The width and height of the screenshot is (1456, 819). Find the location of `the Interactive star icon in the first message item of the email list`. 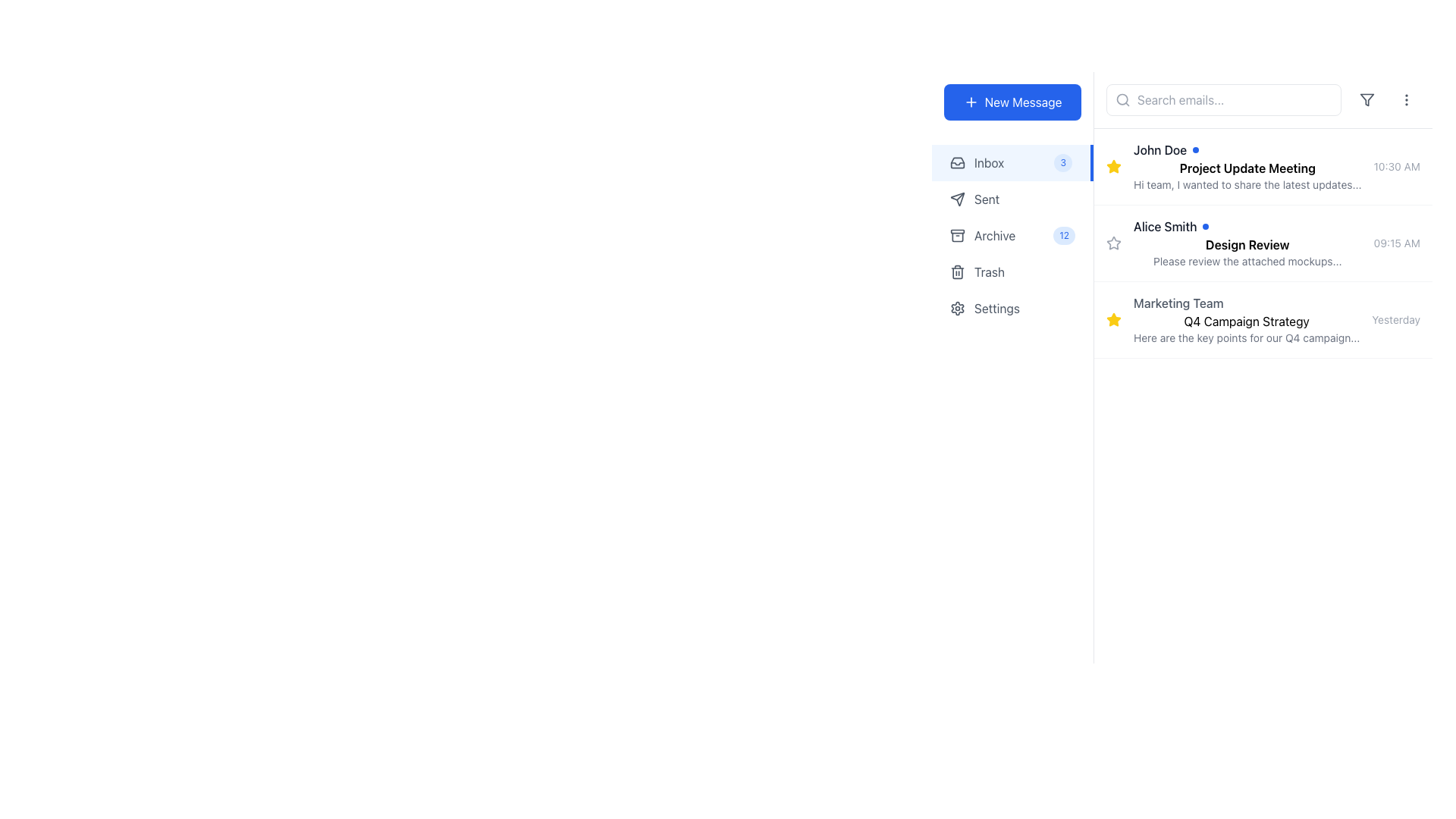

the Interactive star icon in the first message item of the email list is located at coordinates (1113, 166).